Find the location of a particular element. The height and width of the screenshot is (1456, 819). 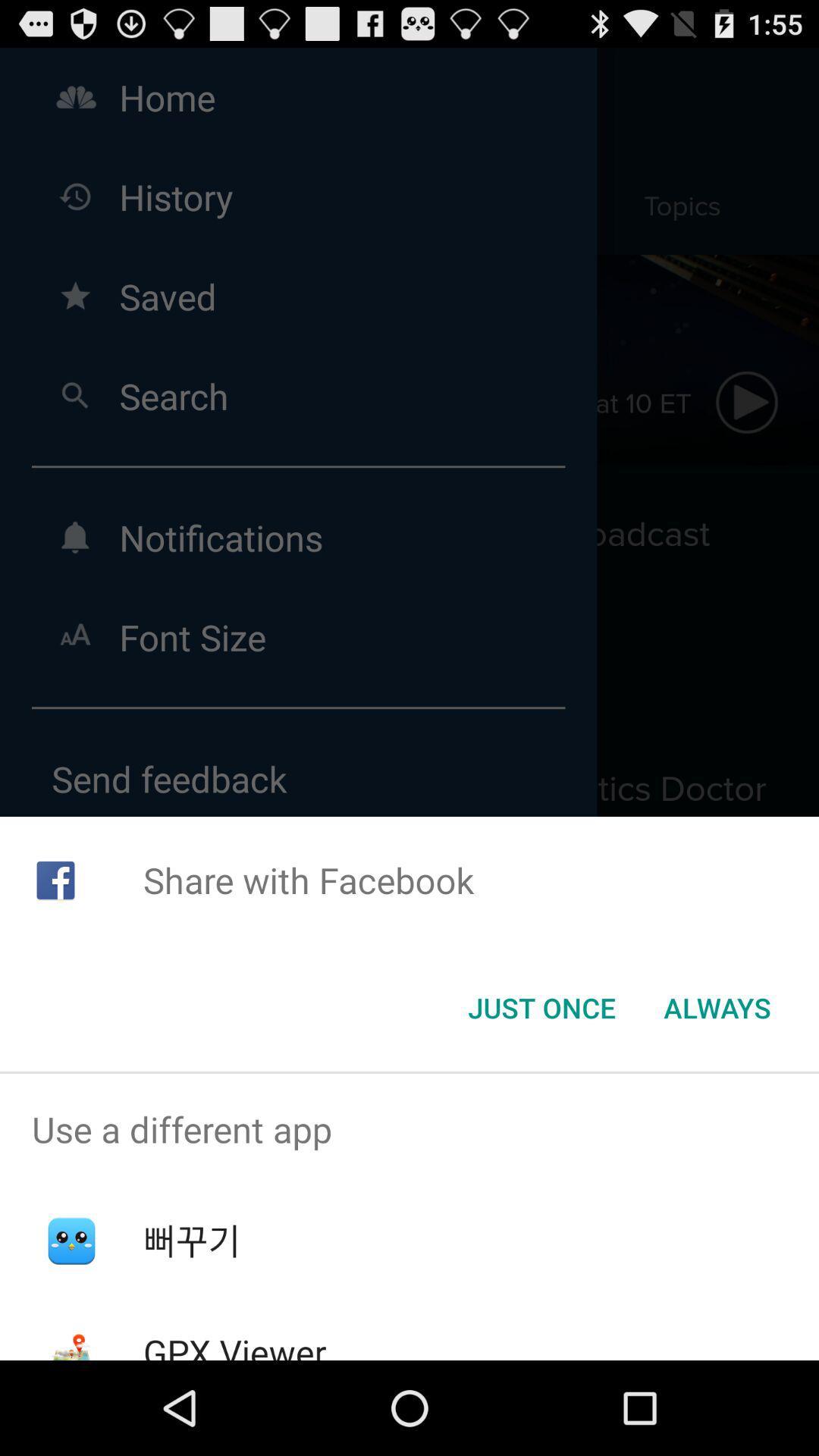

the use a different icon is located at coordinates (409, 1129).